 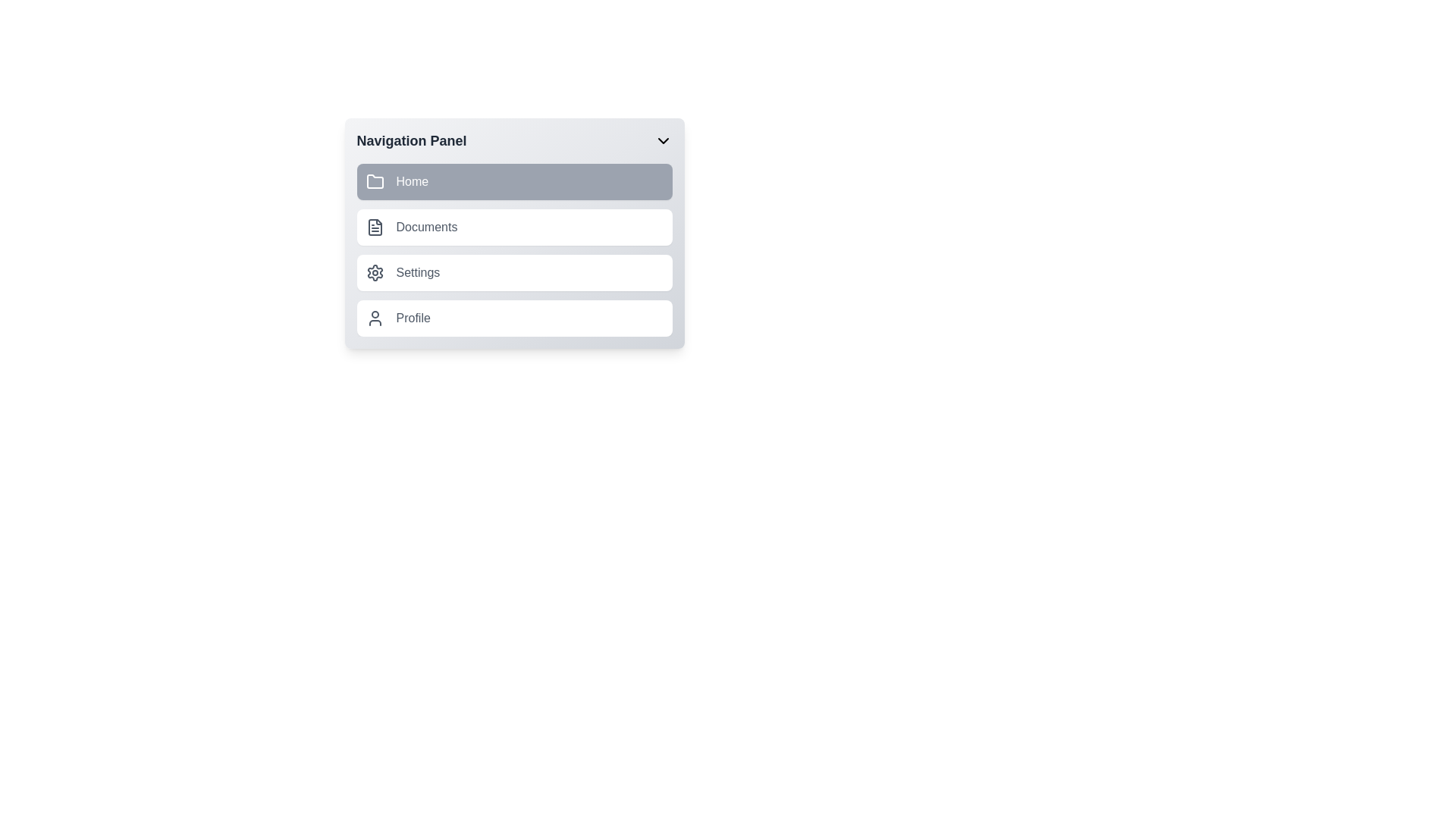 I want to click on the 'Documents' button, which is the second list item in the navigation panel located on the left side of the viewport, so click(x=514, y=234).